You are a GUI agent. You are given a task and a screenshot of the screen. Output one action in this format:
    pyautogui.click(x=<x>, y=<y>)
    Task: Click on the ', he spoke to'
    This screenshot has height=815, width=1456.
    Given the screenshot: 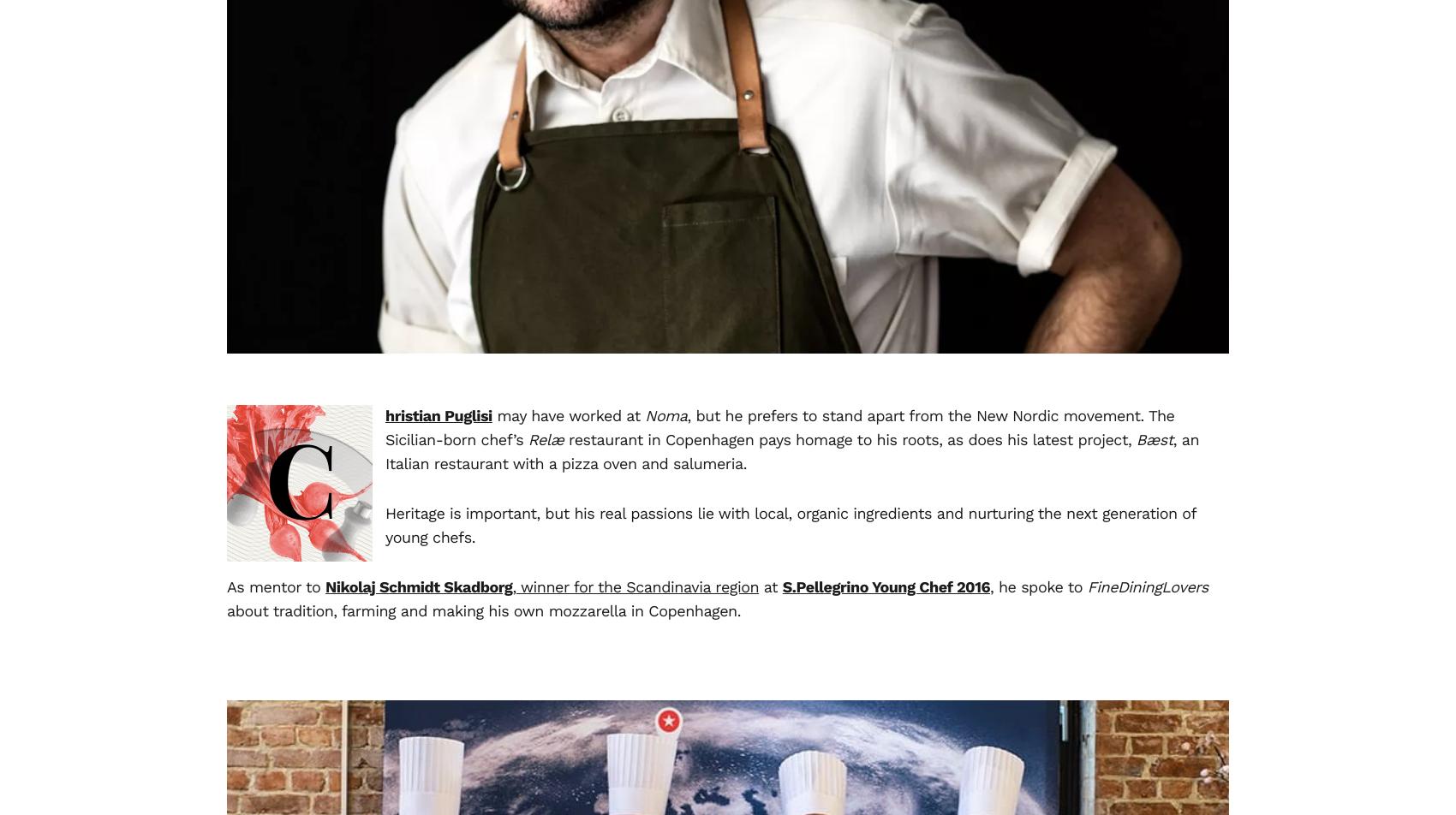 What is the action you would take?
    pyautogui.click(x=1037, y=587)
    